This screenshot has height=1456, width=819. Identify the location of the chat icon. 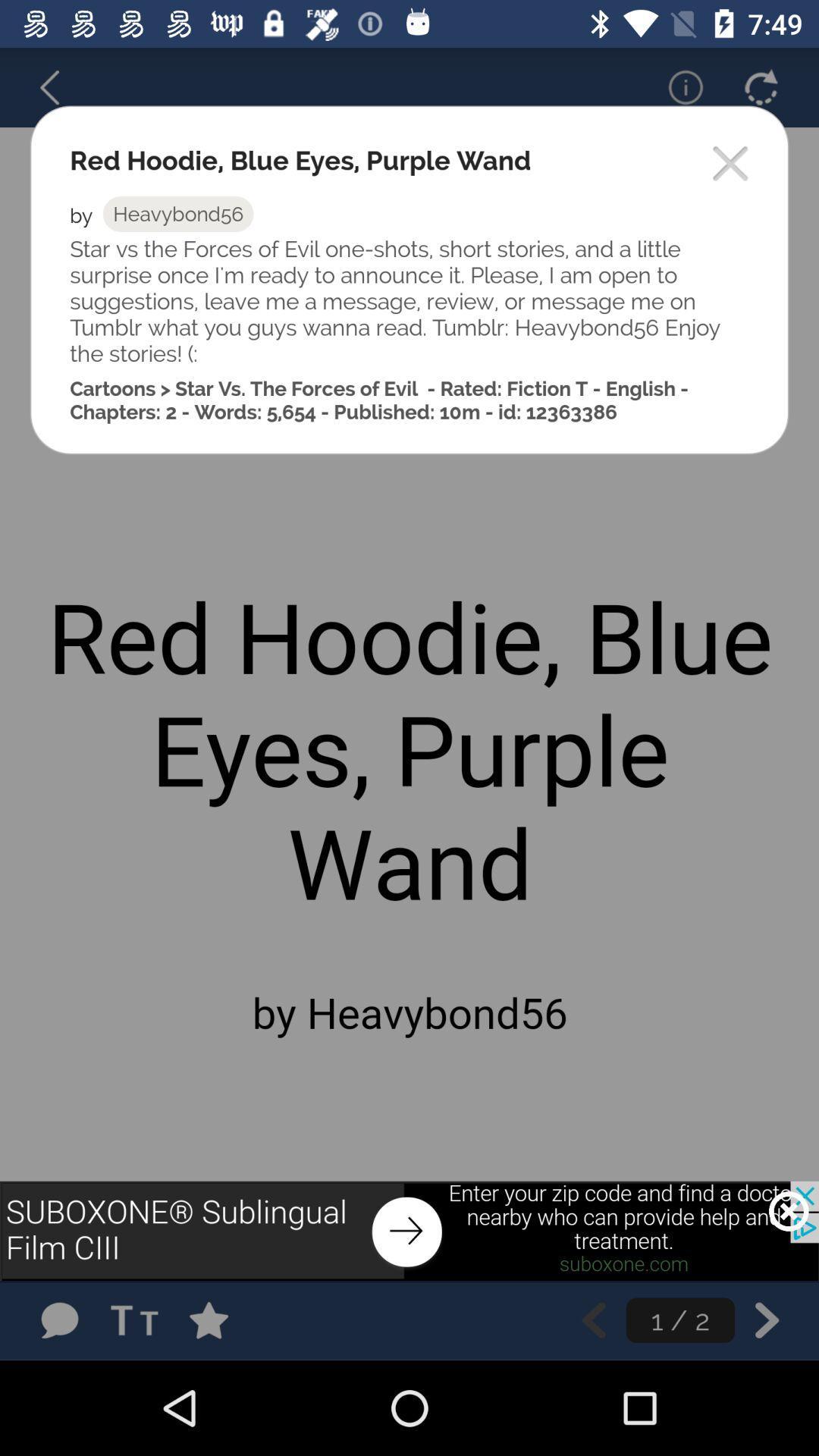
(58, 1319).